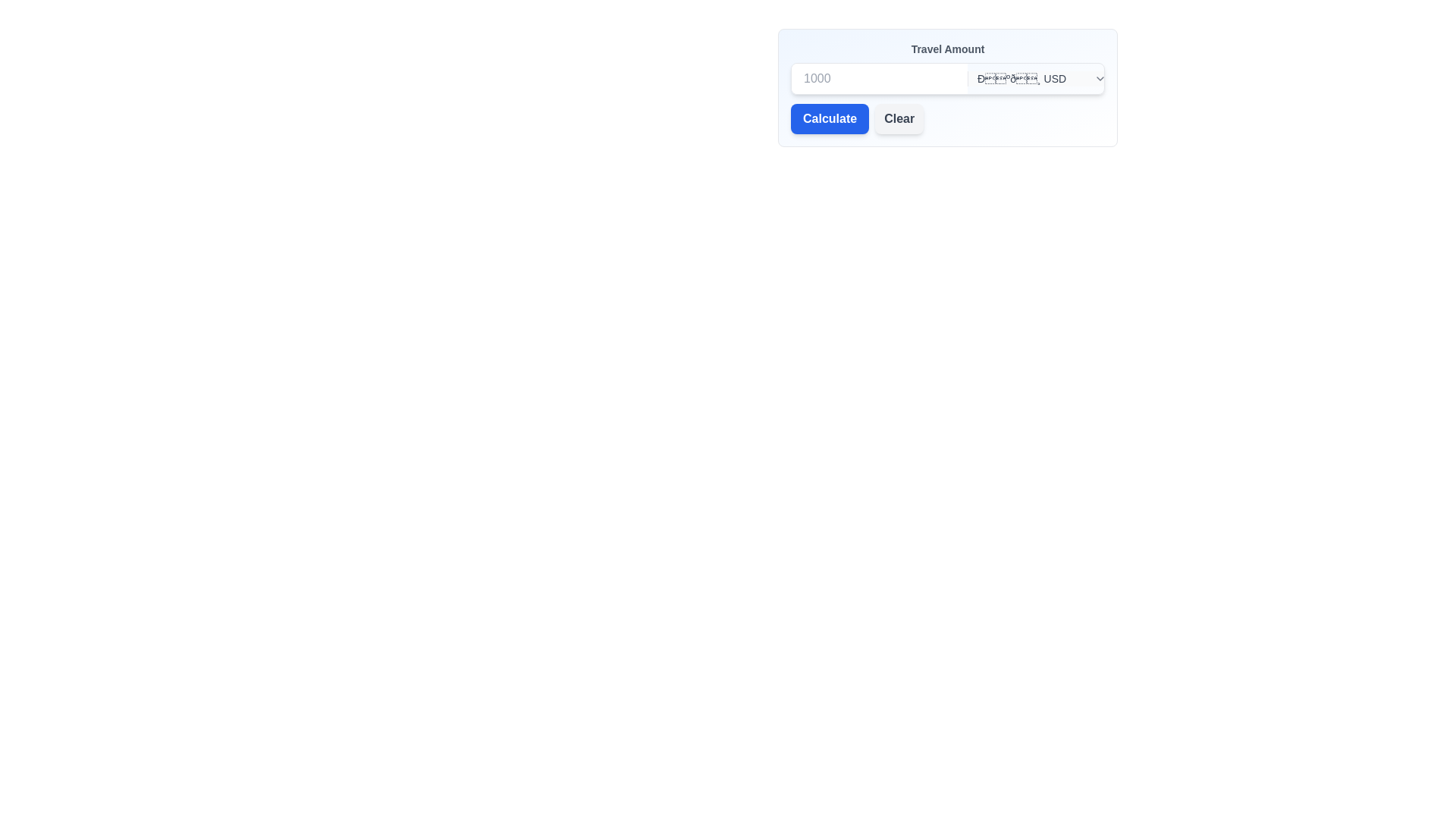 The width and height of the screenshot is (1456, 819). Describe the element at coordinates (1100, 79) in the screenshot. I see `the Chevron icon located on the right-hand side of the currency code text listing` at that location.